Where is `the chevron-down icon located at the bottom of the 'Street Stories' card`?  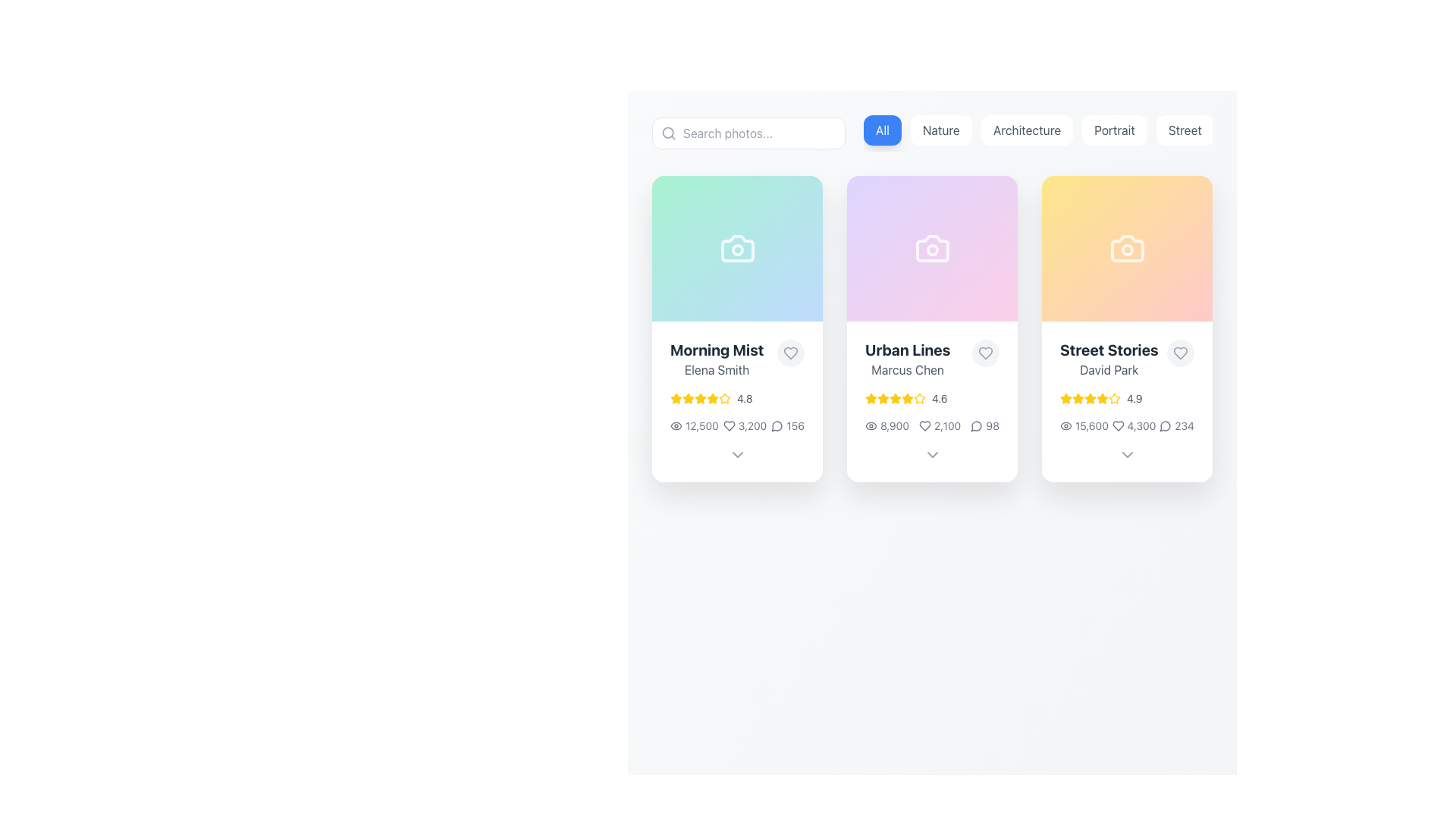
the chevron-down icon located at the bottom of the 'Street Stories' card is located at coordinates (1127, 454).